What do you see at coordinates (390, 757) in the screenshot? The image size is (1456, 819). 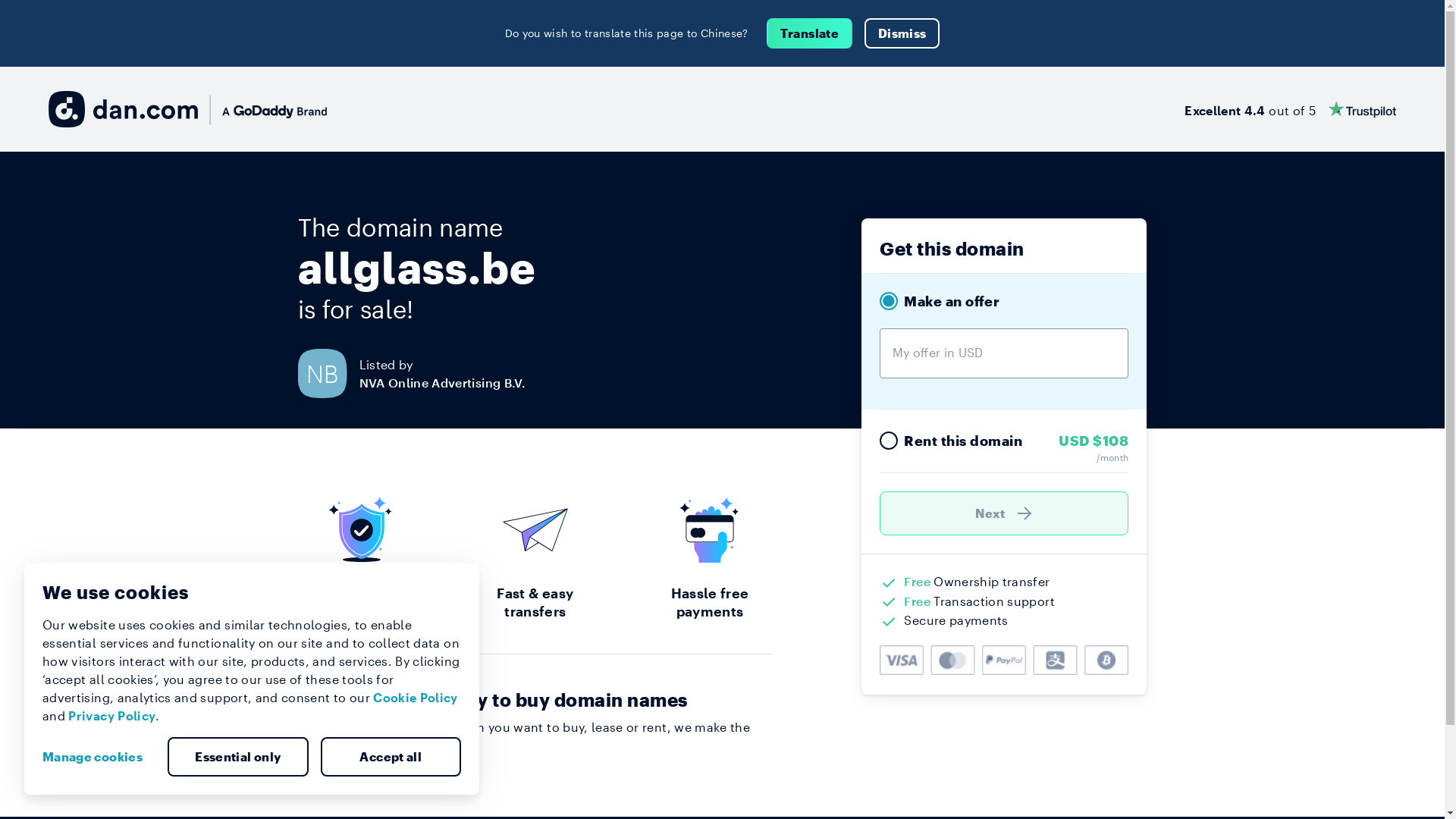 I see `'Accept all'` at bounding box center [390, 757].